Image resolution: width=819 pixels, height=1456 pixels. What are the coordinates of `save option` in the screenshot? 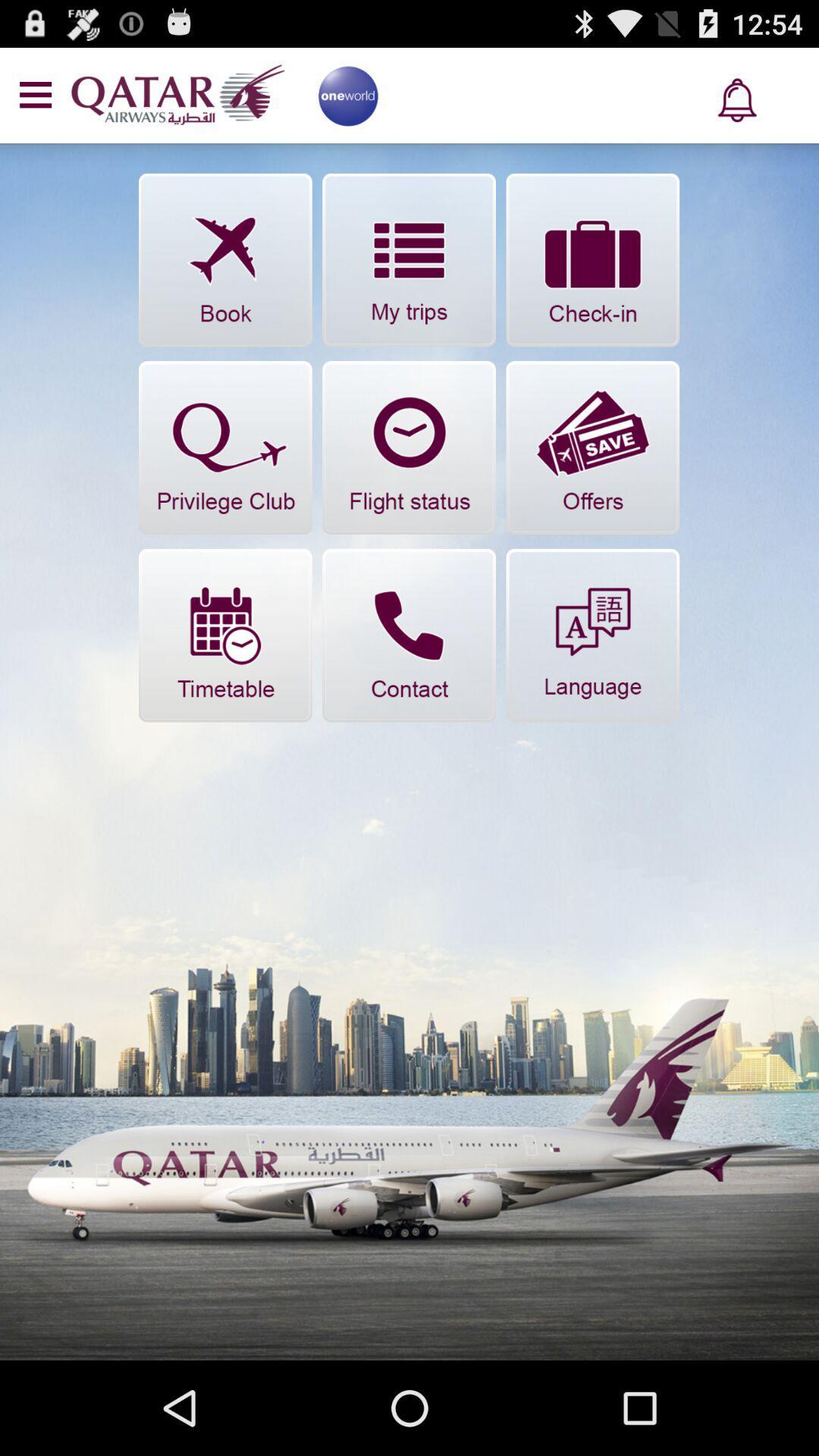 It's located at (591, 447).